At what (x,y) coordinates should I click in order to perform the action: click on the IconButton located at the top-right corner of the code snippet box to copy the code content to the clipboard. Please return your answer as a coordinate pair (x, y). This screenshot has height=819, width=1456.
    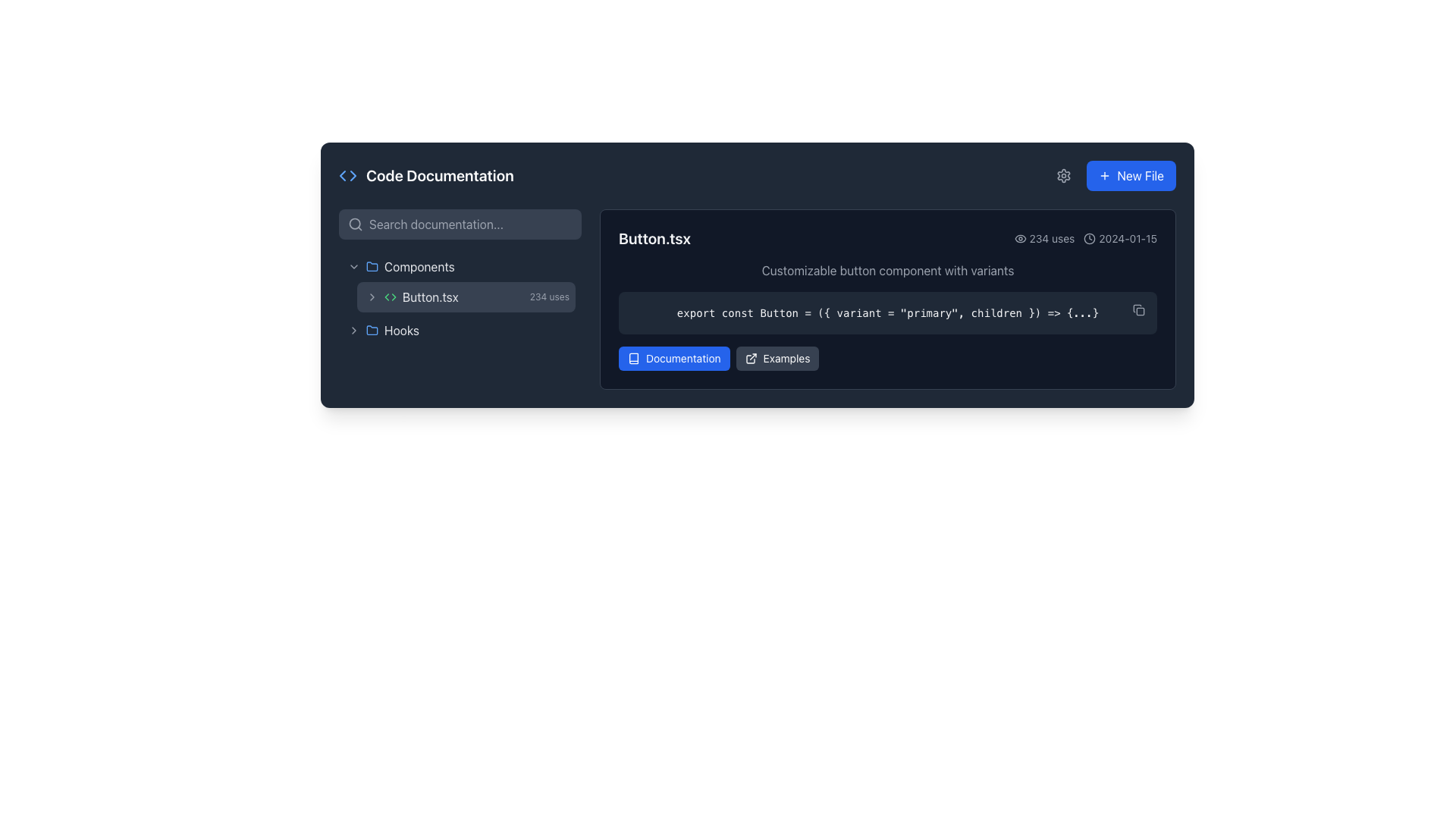
    Looking at the image, I should click on (1139, 309).